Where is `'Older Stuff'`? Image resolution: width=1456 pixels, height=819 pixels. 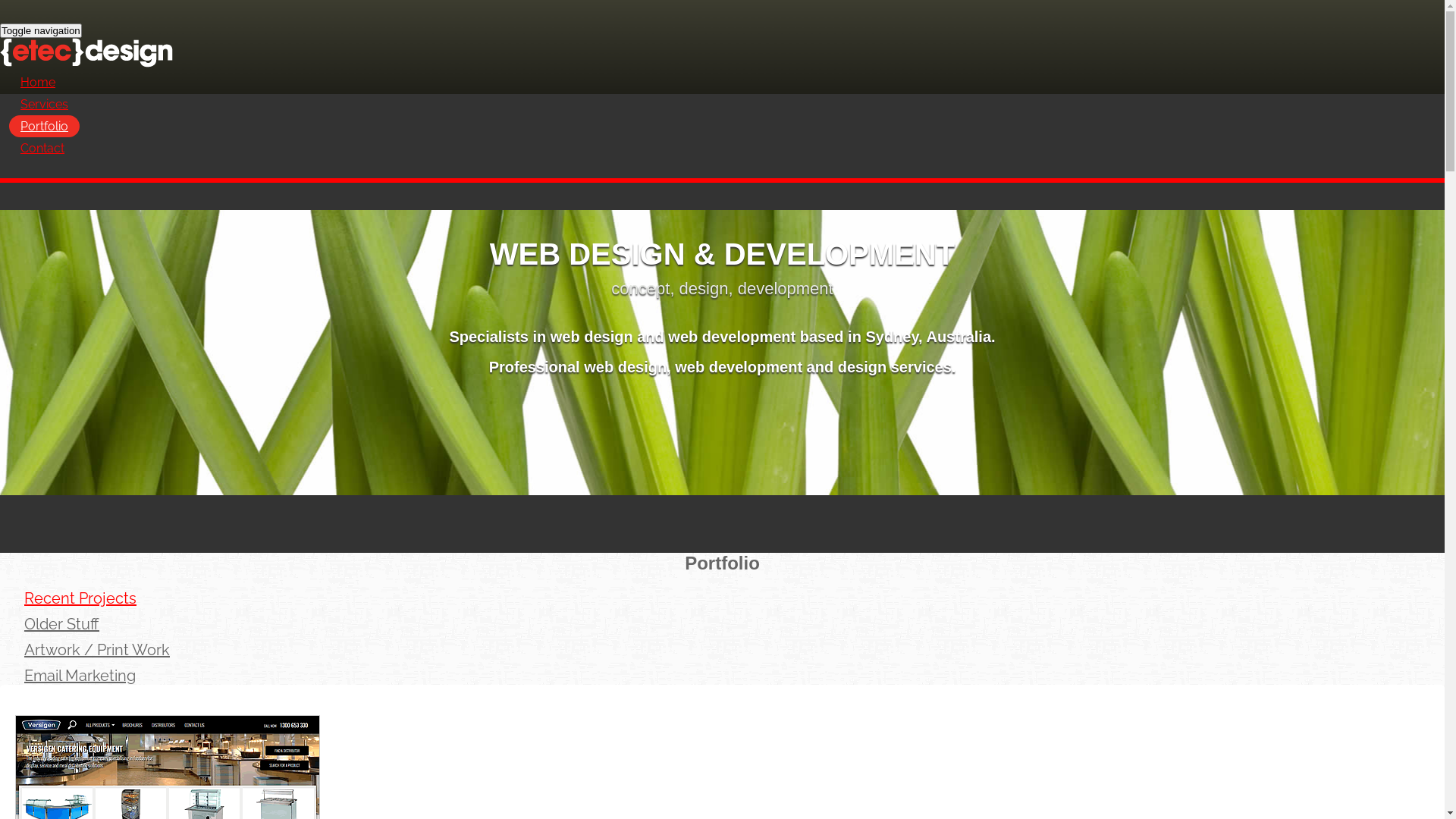 'Older Stuff' is located at coordinates (61, 623).